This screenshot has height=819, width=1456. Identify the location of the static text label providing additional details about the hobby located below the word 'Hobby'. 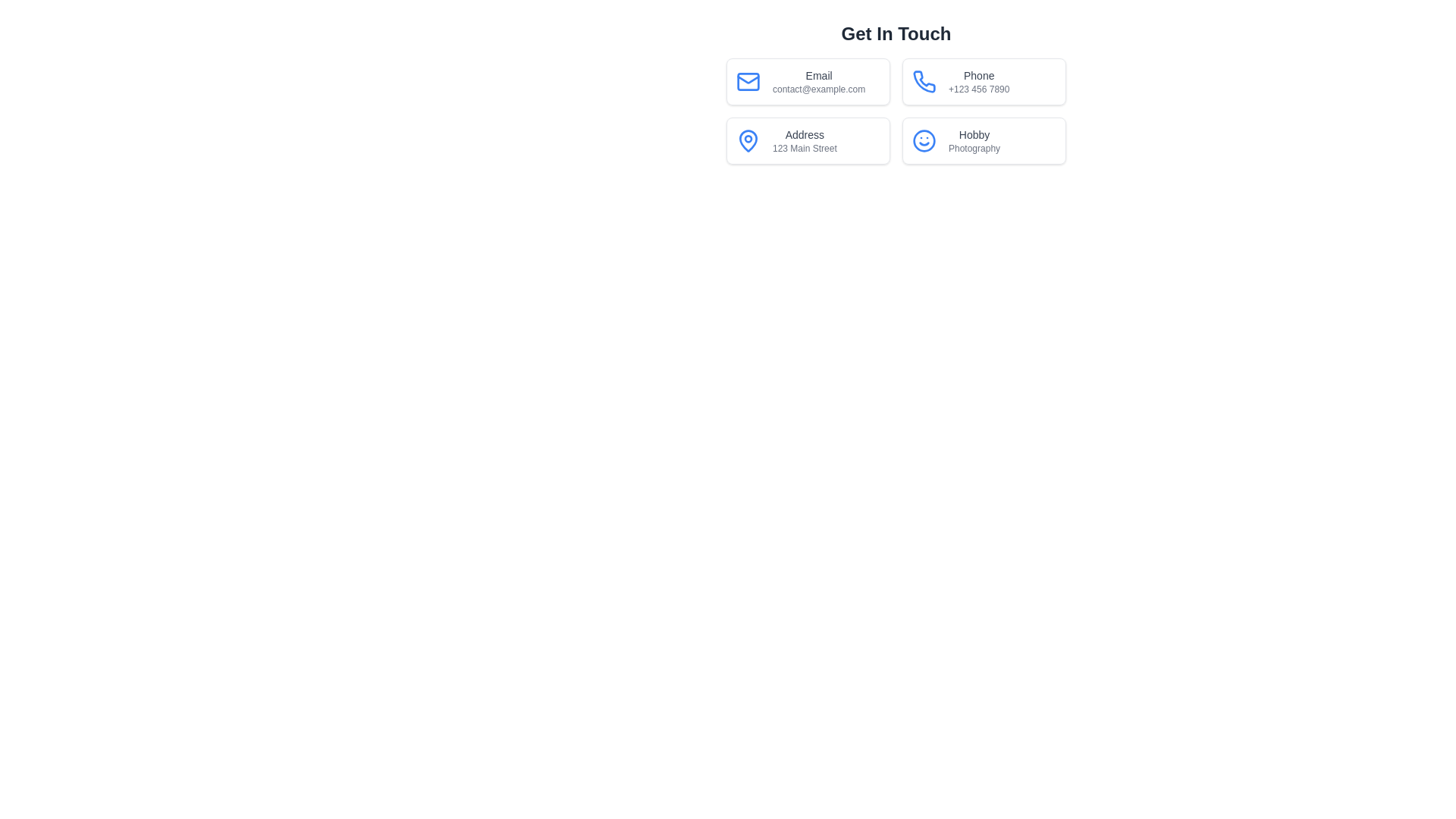
(974, 149).